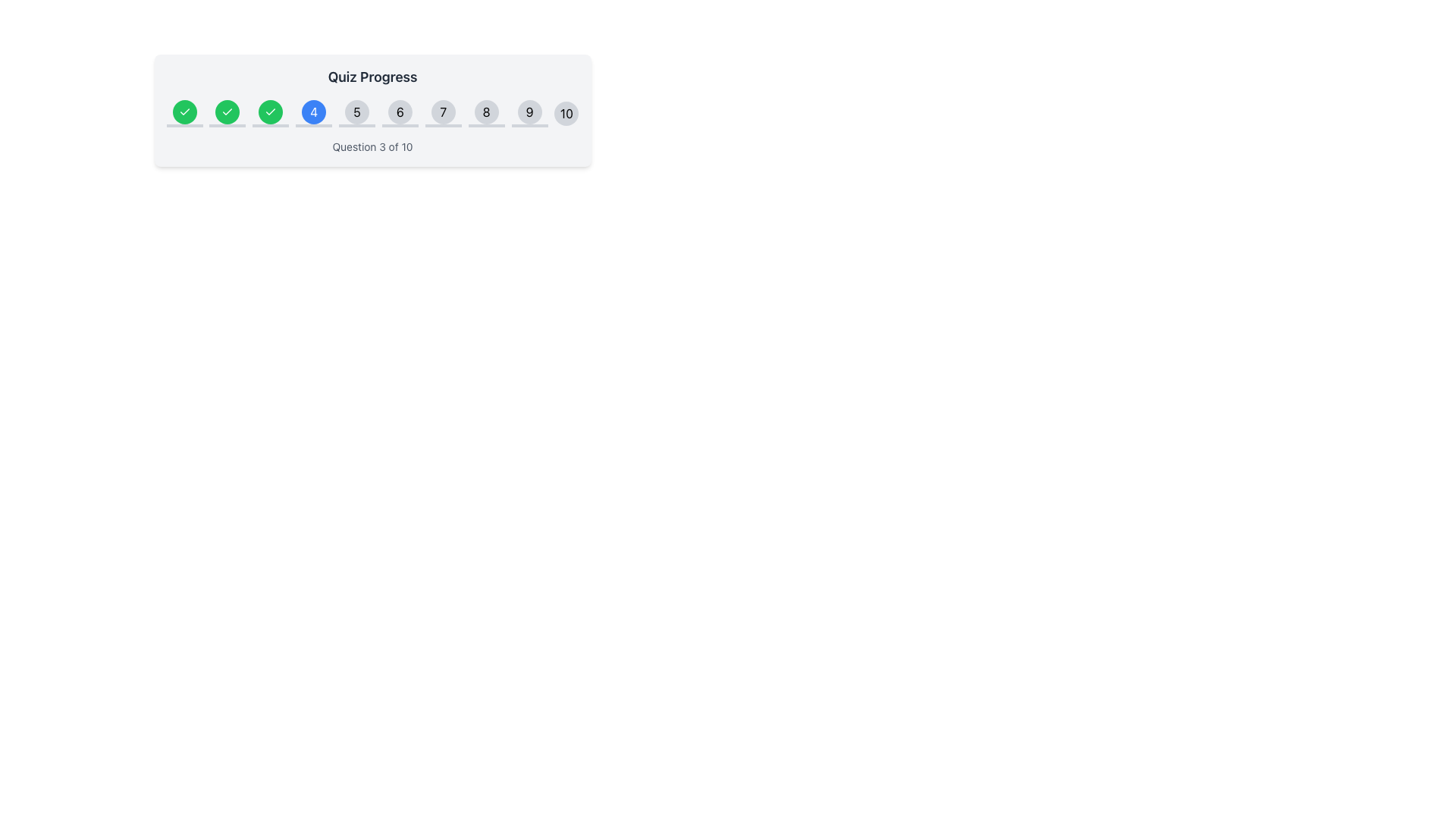 The height and width of the screenshot is (819, 1456). What do you see at coordinates (400, 111) in the screenshot?
I see `the circular button labeled '6' with a light gray background` at bounding box center [400, 111].